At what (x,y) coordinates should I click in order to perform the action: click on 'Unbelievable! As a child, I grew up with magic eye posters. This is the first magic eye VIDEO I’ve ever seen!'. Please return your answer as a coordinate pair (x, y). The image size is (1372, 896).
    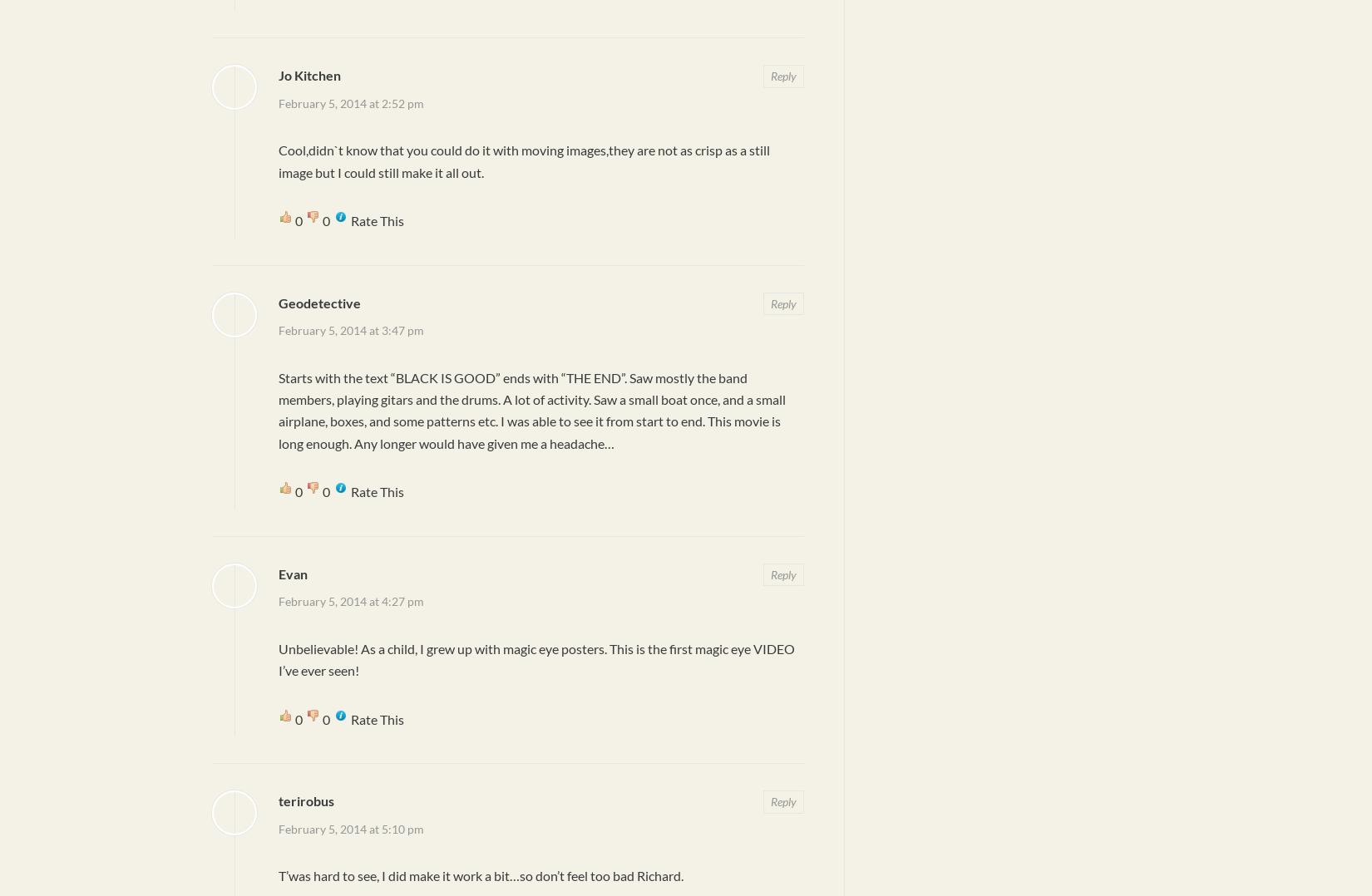
    Looking at the image, I should click on (535, 657).